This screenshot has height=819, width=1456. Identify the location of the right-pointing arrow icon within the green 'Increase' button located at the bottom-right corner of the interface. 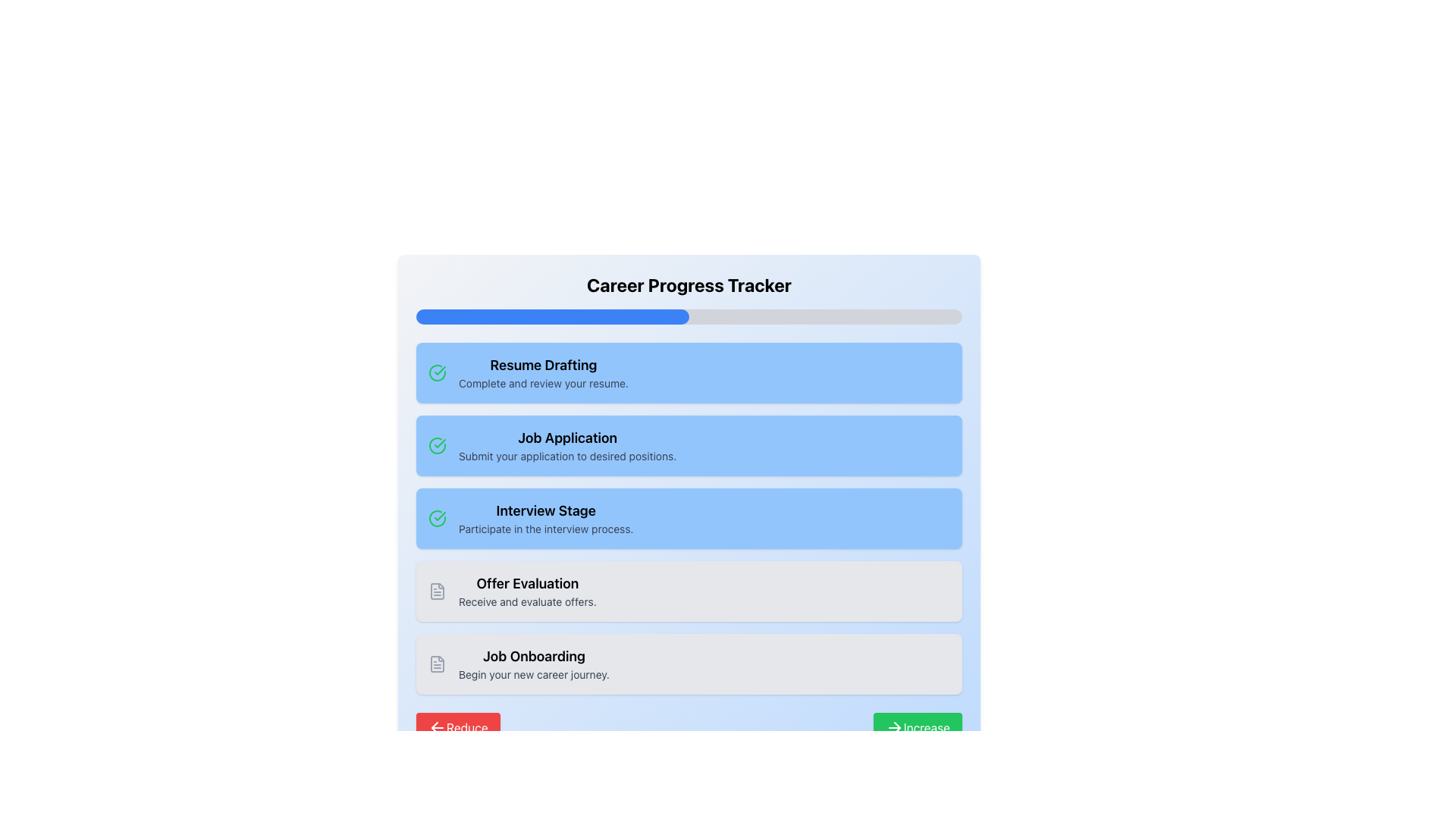
(894, 727).